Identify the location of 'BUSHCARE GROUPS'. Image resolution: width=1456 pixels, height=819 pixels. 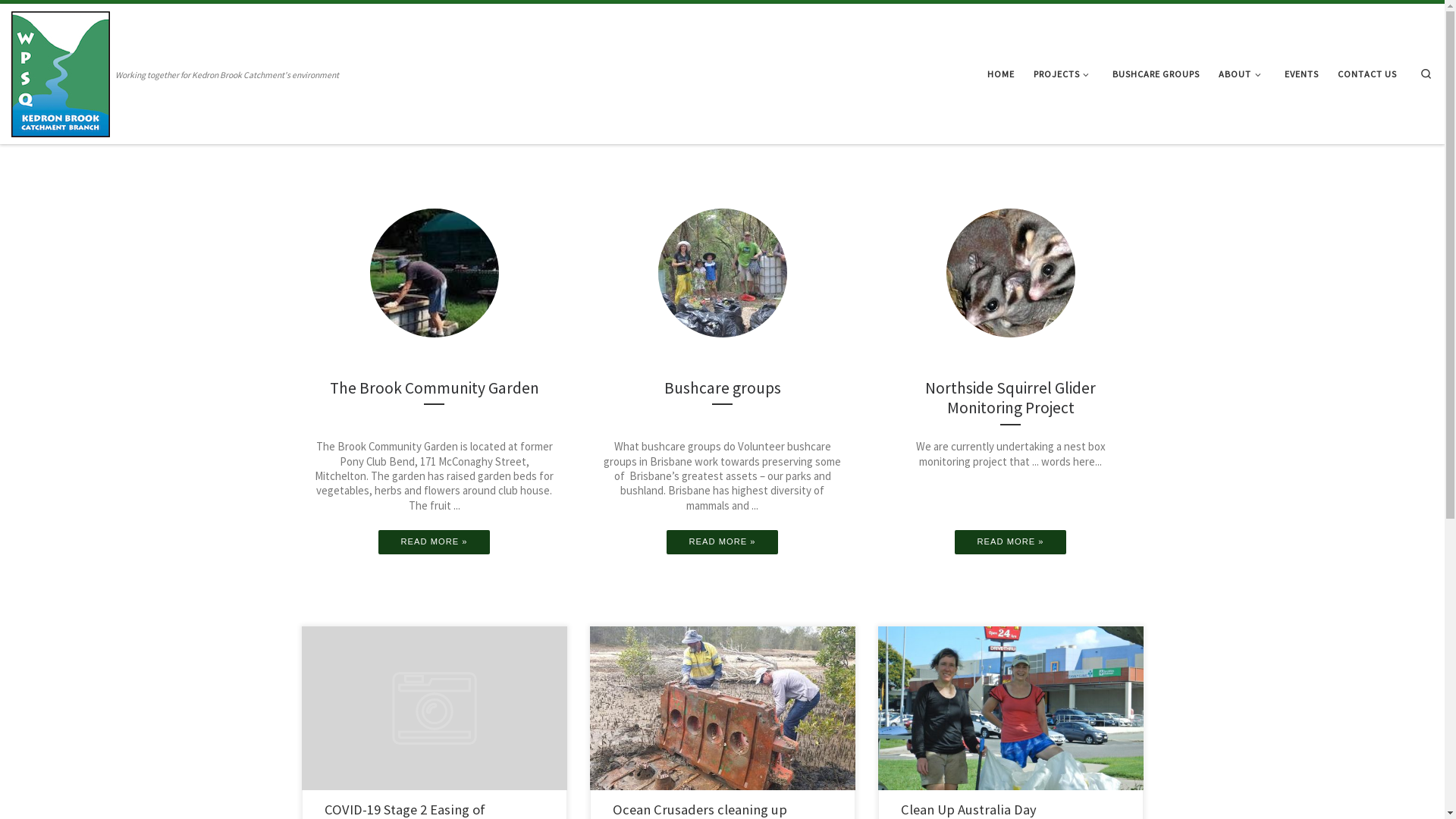
(1107, 74).